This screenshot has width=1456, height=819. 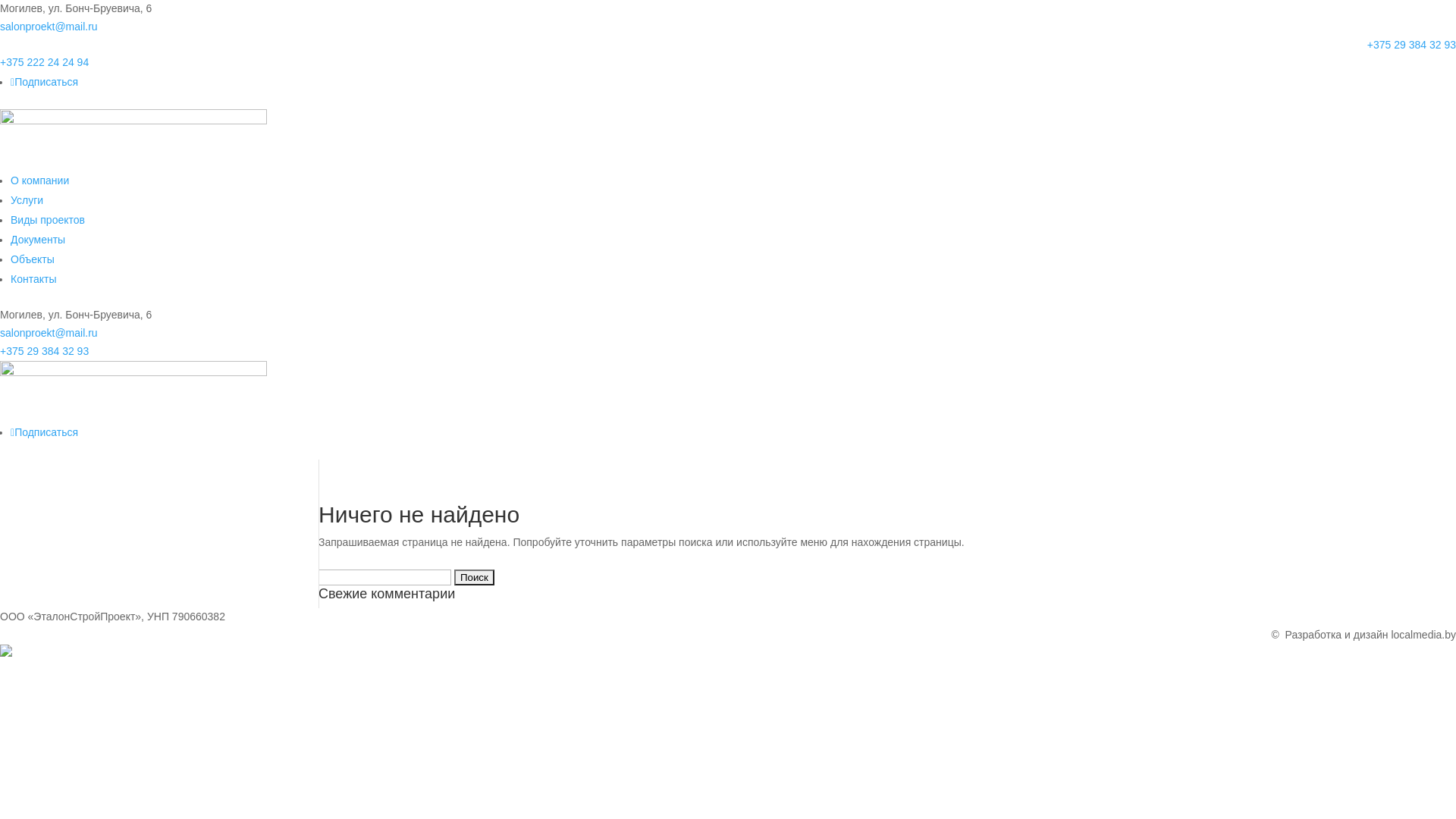 What do you see at coordinates (133, 140) in the screenshot?
I see `'New Project'` at bounding box center [133, 140].